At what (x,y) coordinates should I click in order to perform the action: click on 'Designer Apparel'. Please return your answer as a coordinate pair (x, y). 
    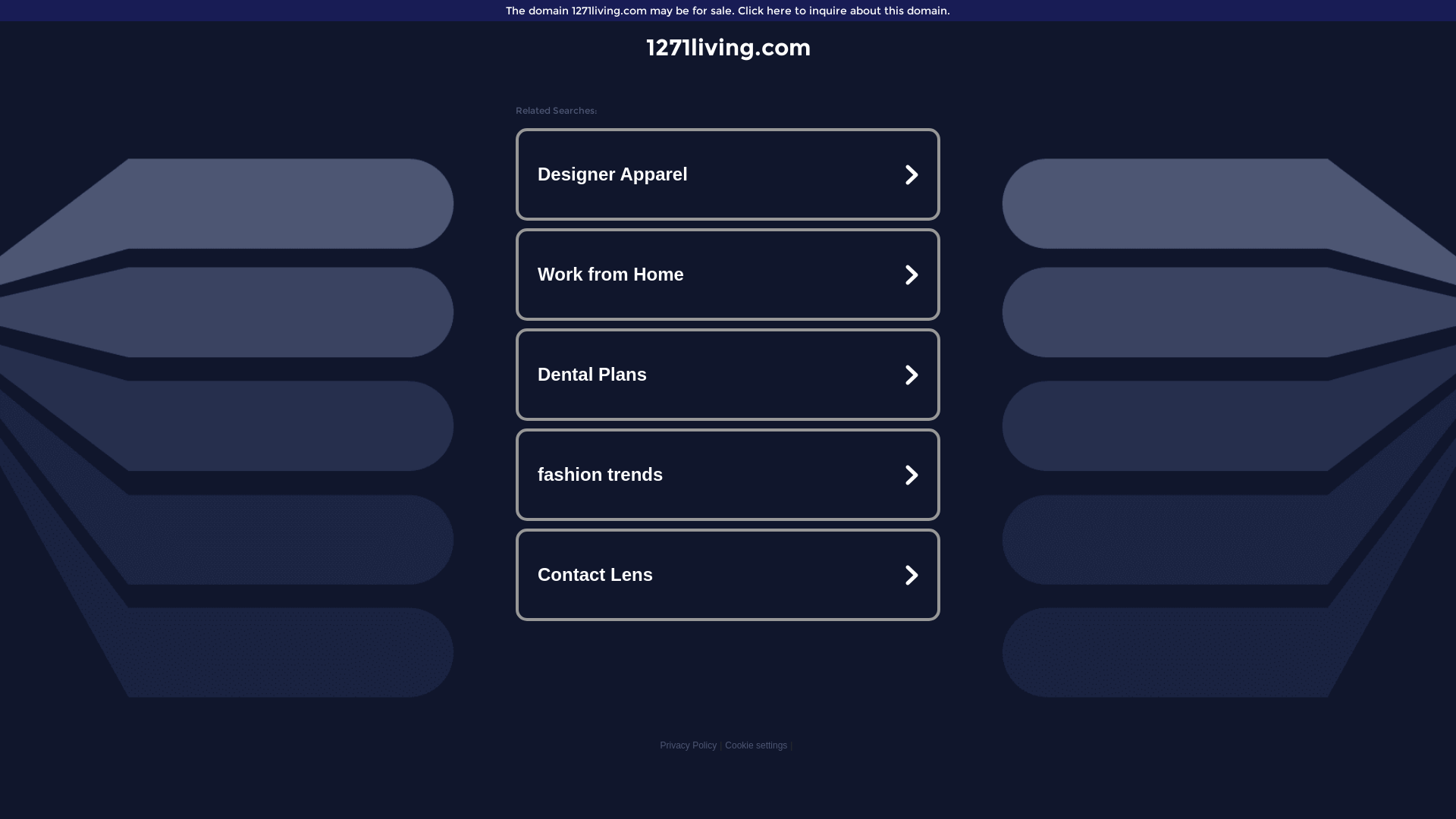
    Looking at the image, I should click on (728, 174).